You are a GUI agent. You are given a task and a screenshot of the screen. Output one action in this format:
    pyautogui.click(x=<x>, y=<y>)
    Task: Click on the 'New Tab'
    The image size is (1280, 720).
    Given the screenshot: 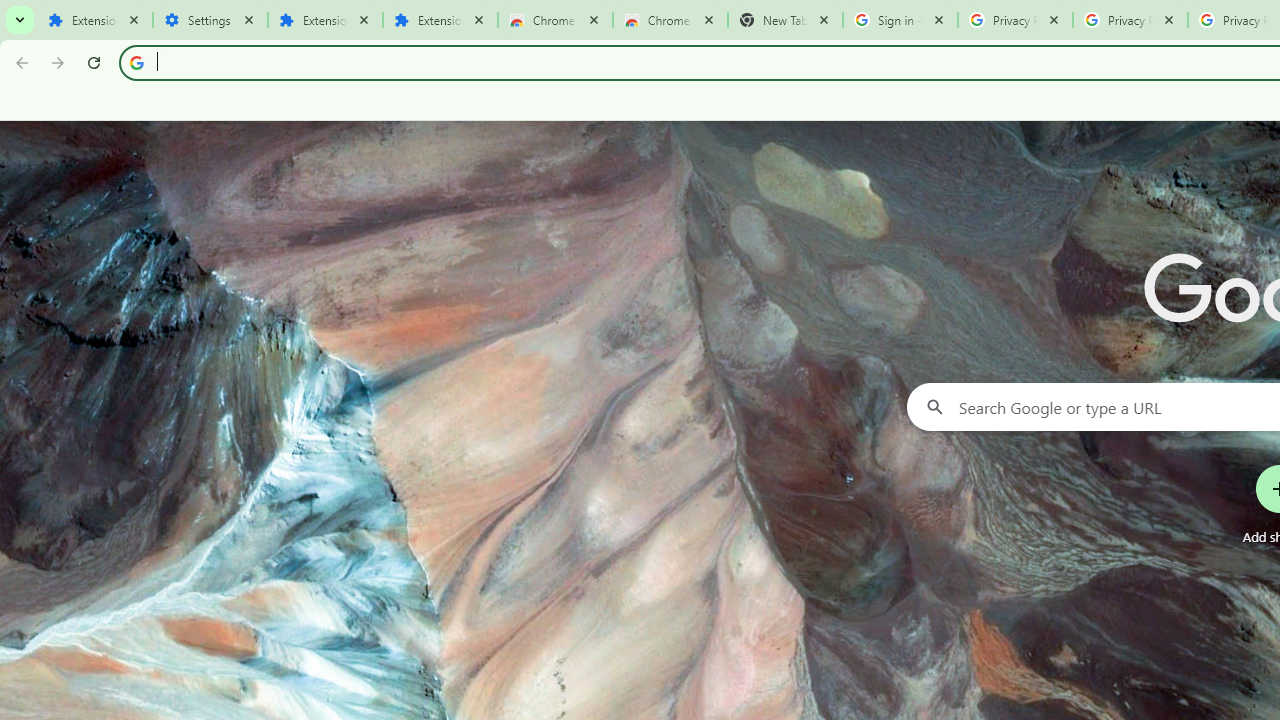 What is the action you would take?
    pyautogui.click(x=784, y=20)
    